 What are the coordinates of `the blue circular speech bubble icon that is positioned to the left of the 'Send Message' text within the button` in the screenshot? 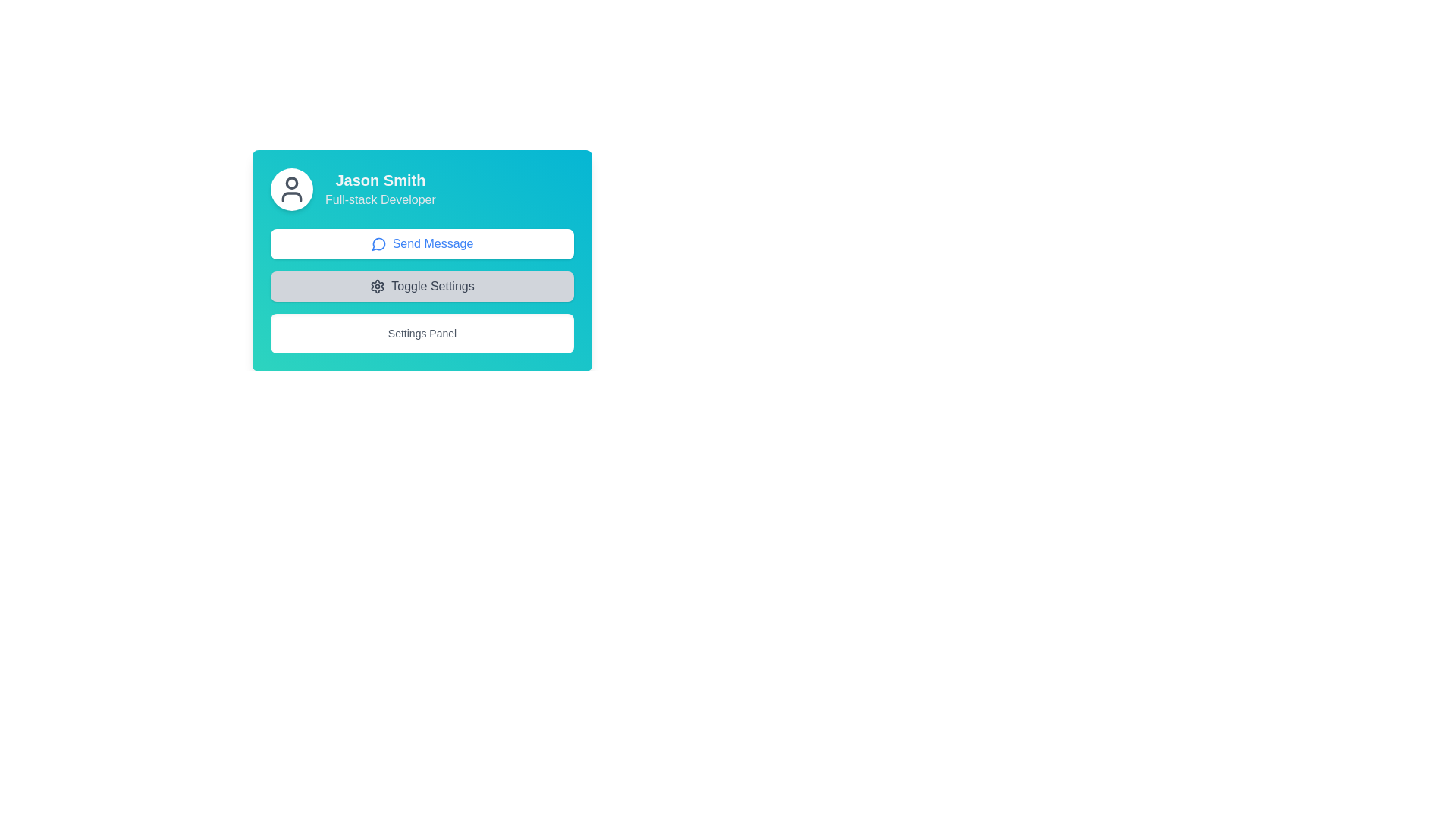 It's located at (378, 243).